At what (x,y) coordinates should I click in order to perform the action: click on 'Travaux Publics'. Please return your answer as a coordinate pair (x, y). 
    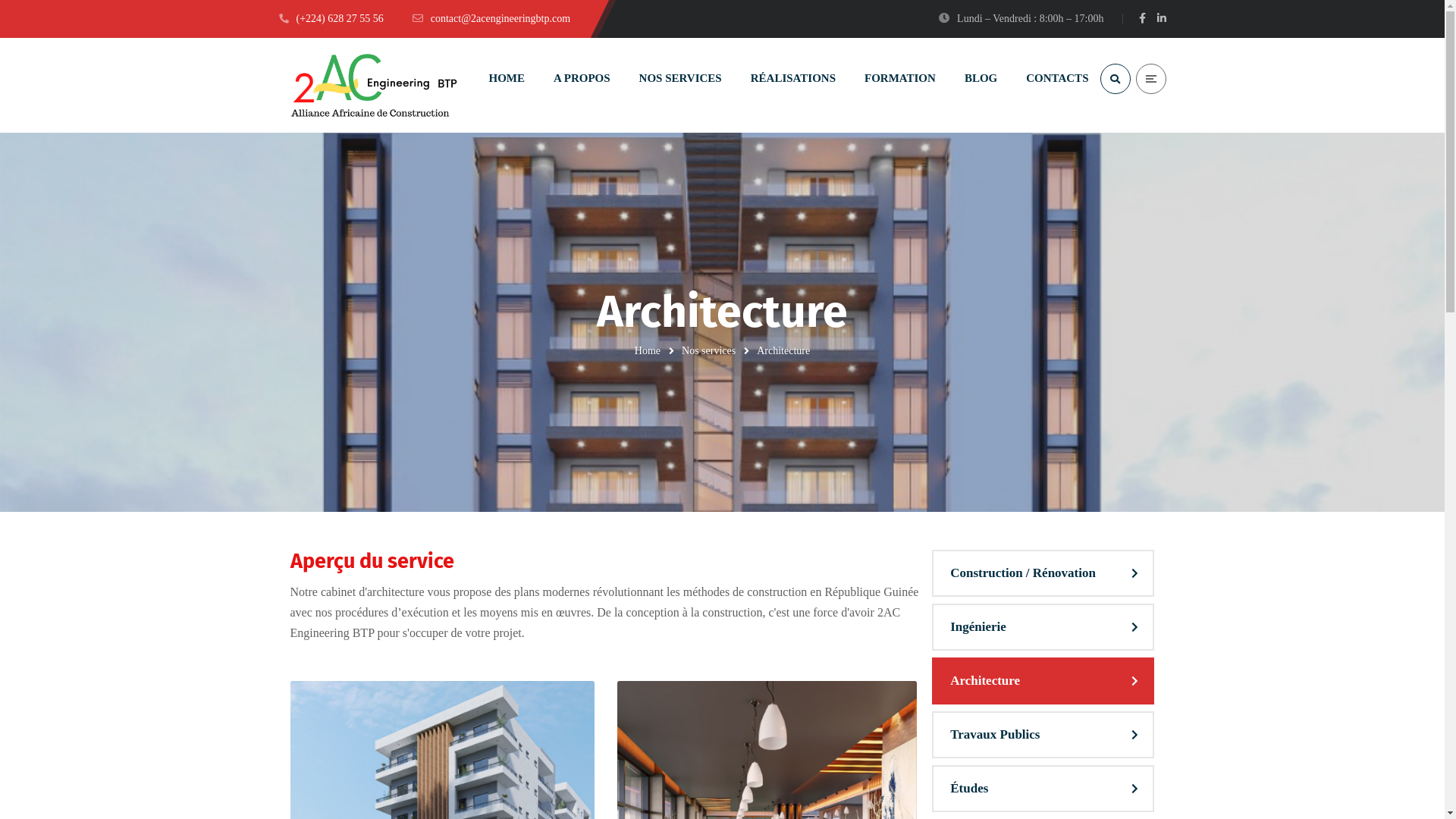
    Looking at the image, I should click on (1042, 733).